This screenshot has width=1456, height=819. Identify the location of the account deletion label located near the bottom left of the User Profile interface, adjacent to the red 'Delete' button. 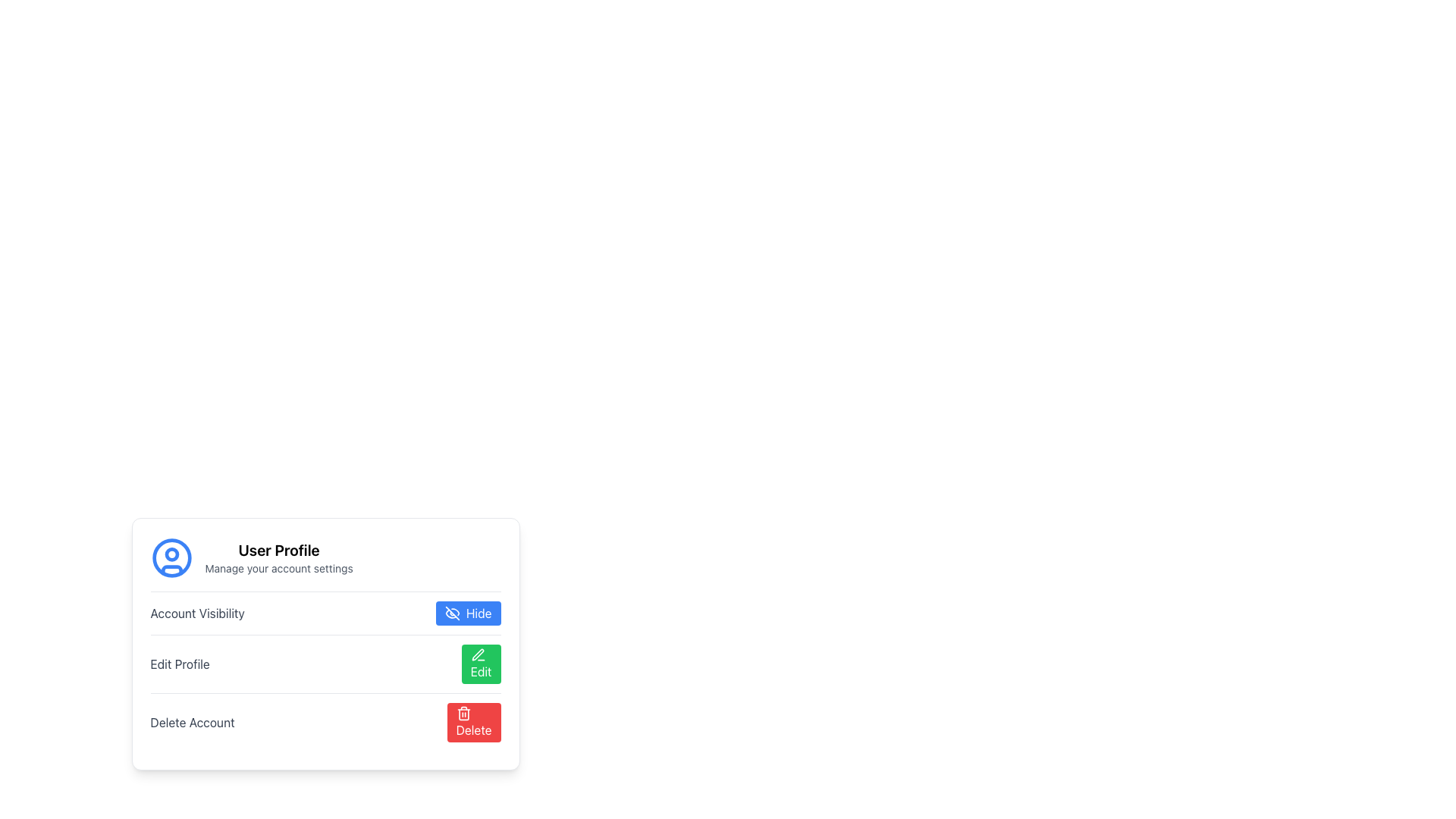
(192, 721).